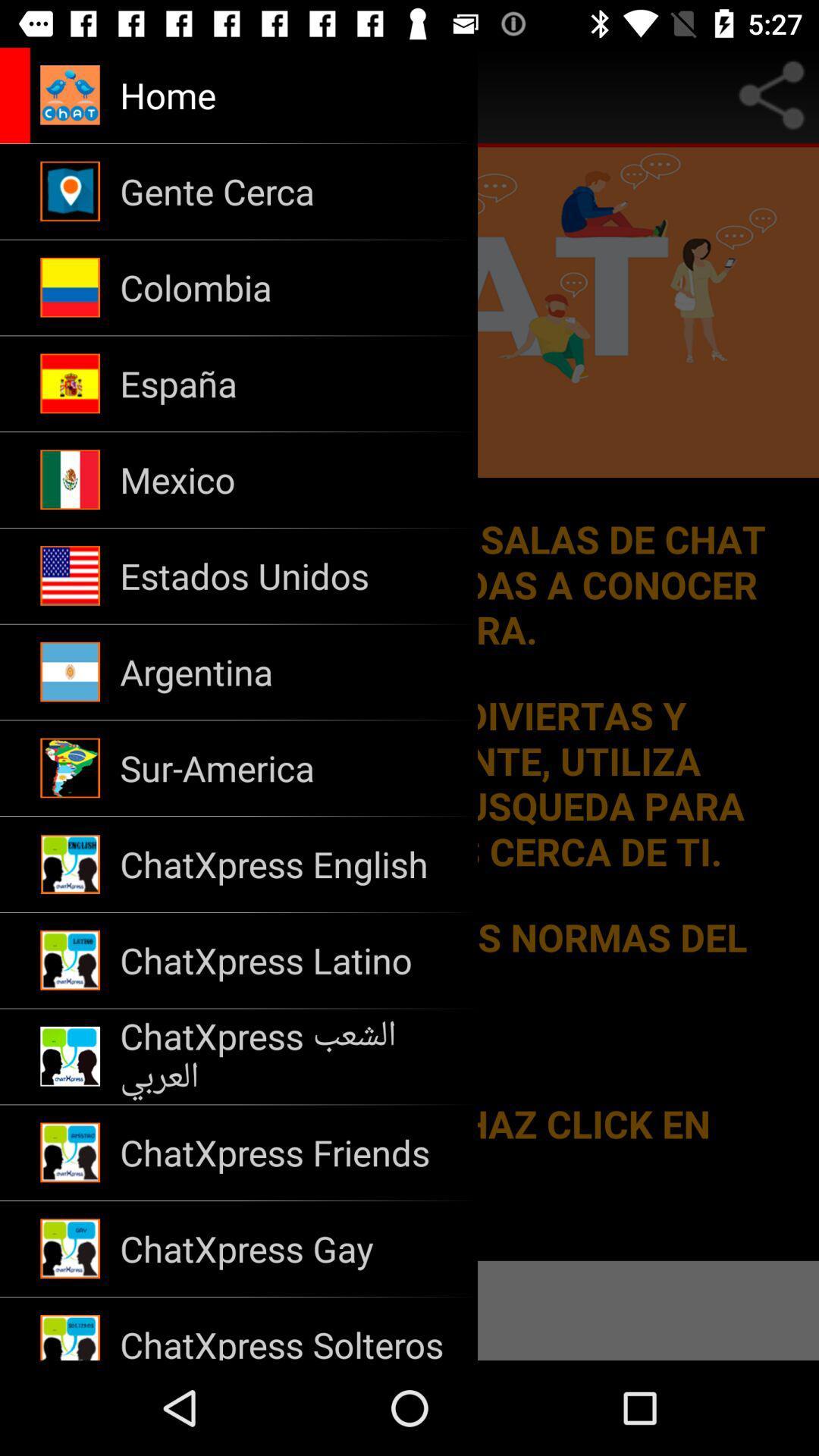 The width and height of the screenshot is (819, 1456). I want to click on navigate to home page, so click(178, 94).